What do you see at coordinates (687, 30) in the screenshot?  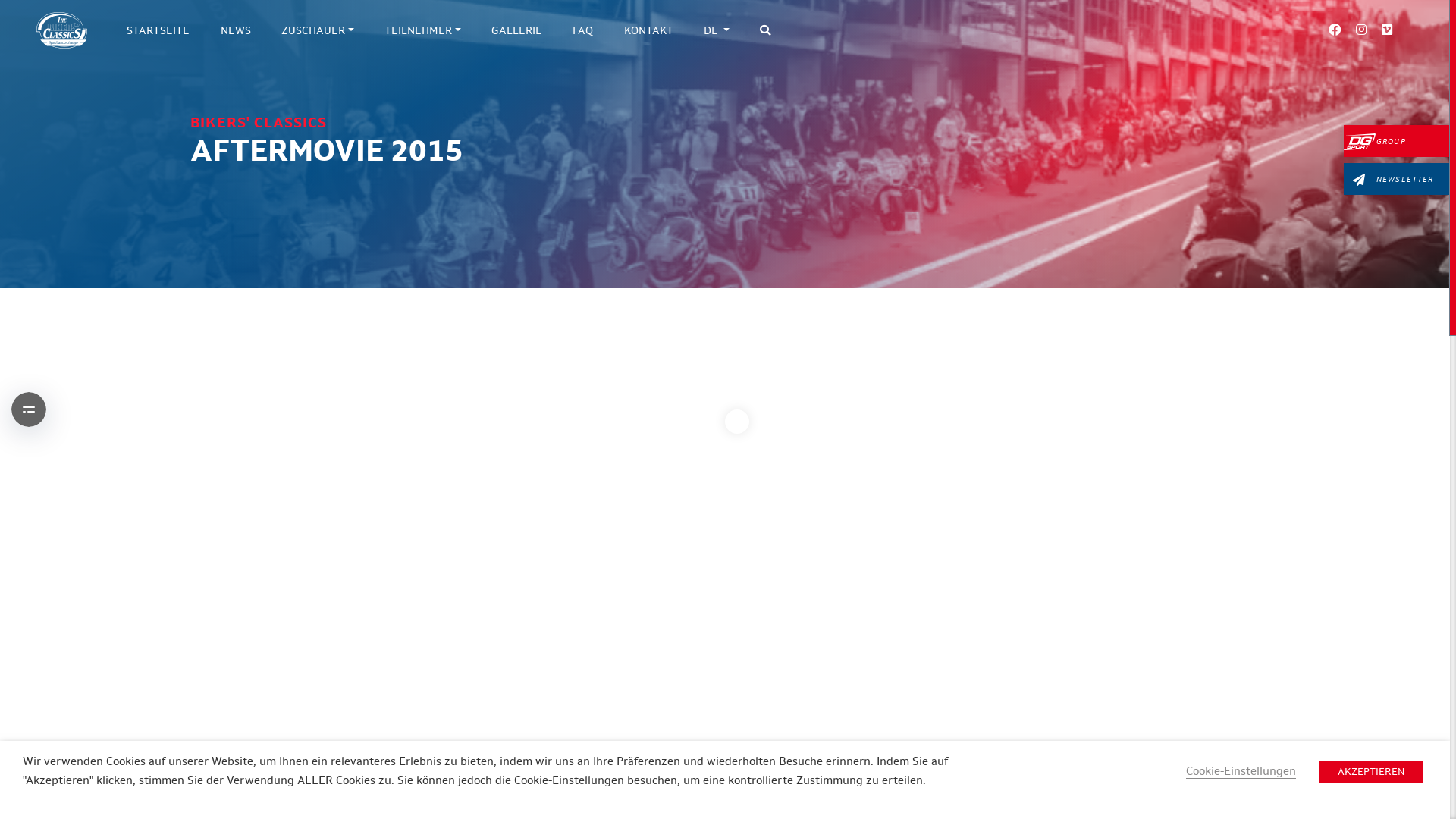 I see `'DE'` at bounding box center [687, 30].